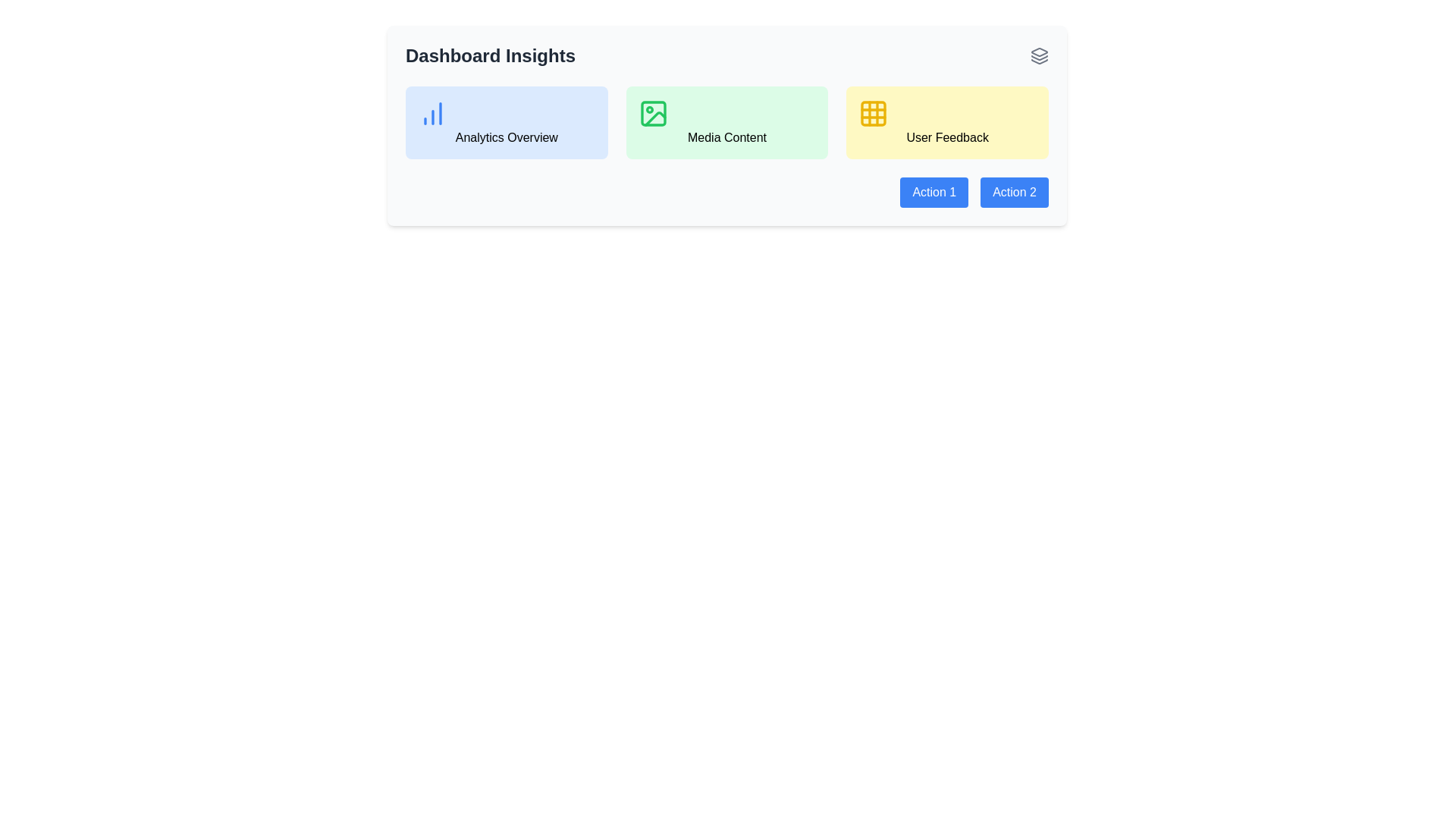 The width and height of the screenshot is (1456, 819). Describe the element at coordinates (726, 122) in the screenshot. I see `the second card in the 'Dashboard Insights' section, which represents a feature related to media content` at that location.